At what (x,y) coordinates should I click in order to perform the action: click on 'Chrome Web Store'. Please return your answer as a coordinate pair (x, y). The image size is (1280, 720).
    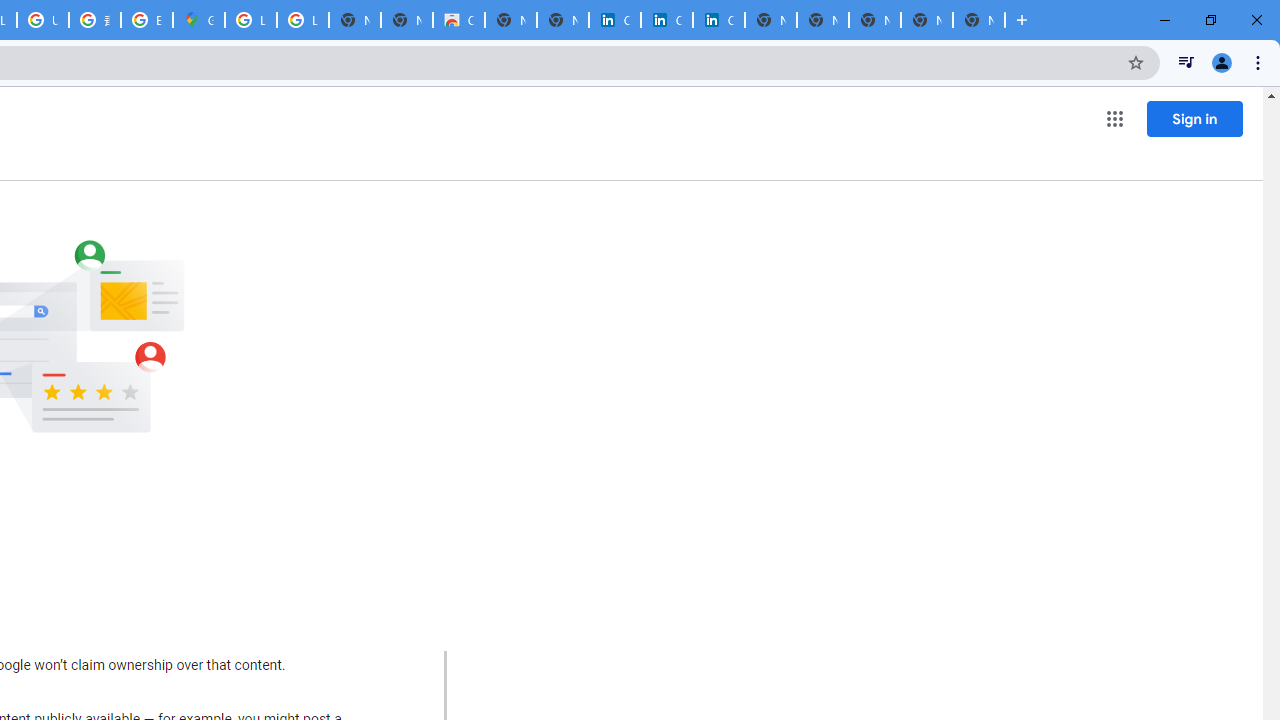
    Looking at the image, I should click on (457, 20).